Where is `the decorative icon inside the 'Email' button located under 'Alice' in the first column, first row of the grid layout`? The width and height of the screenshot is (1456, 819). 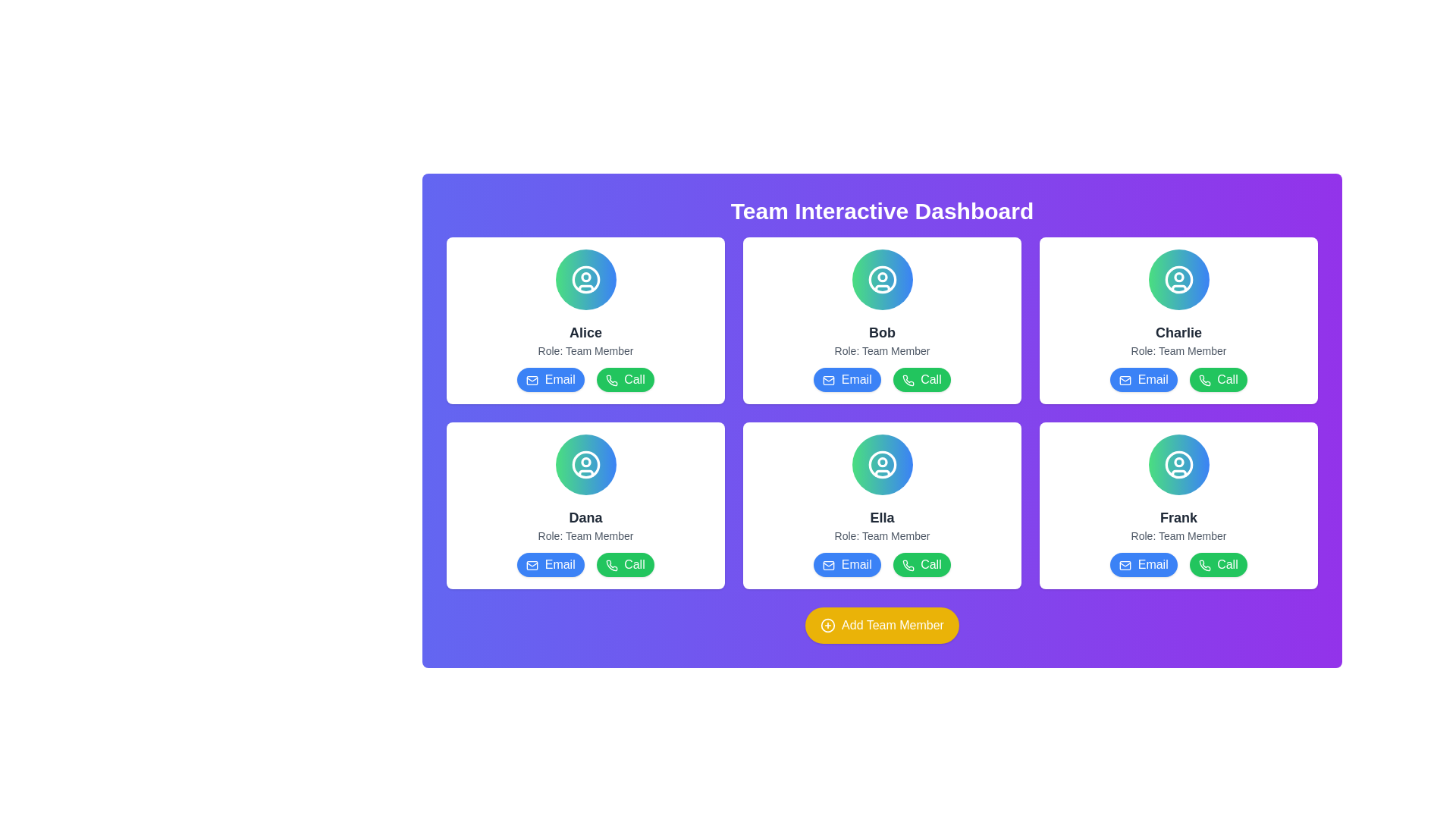
the decorative icon inside the 'Email' button located under 'Alice' in the first column, first row of the grid layout is located at coordinates (532, 379).